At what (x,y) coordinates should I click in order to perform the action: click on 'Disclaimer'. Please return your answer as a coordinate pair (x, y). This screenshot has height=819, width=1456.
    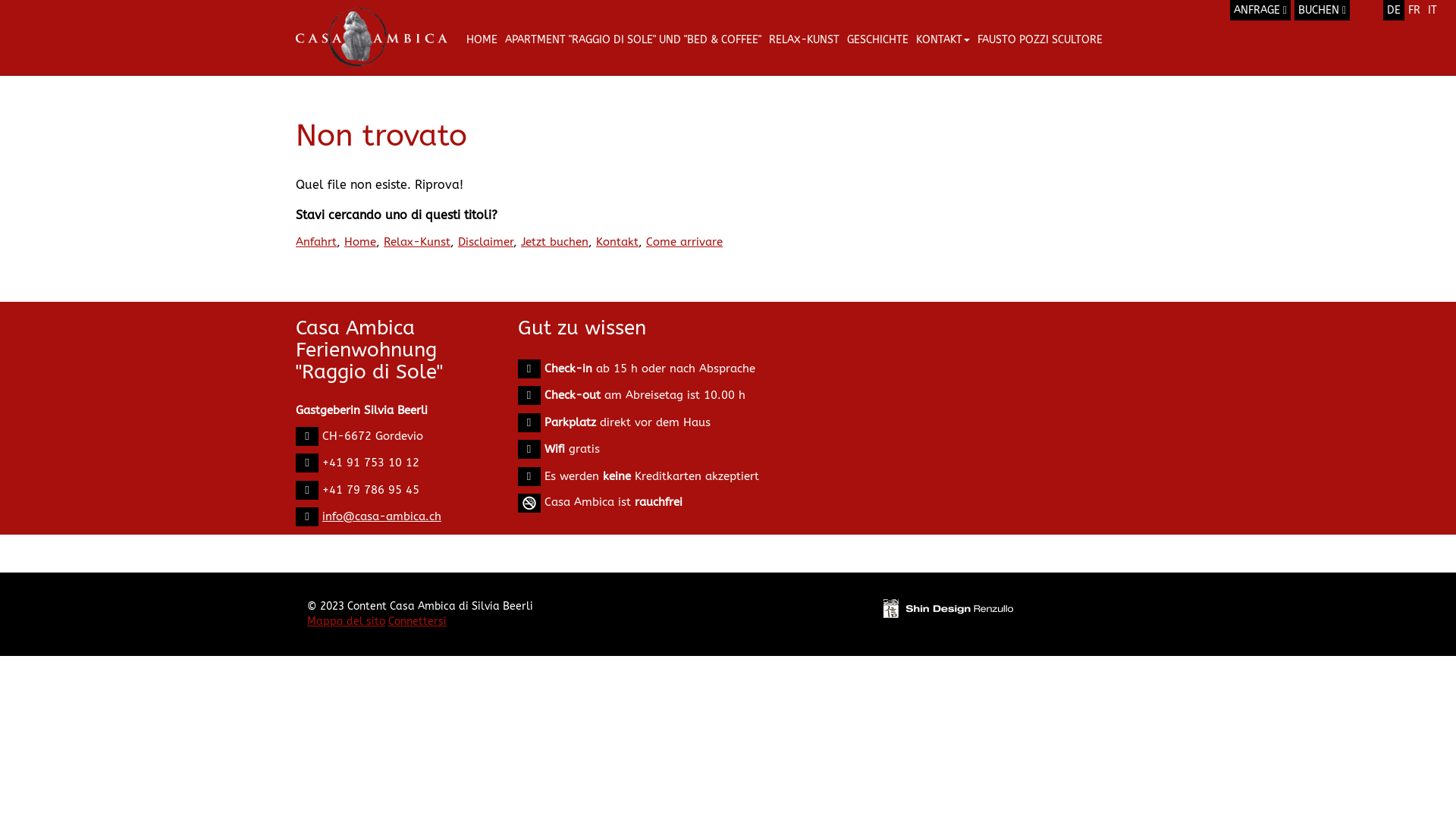
    Looking at the image, I should click on (485, 241).